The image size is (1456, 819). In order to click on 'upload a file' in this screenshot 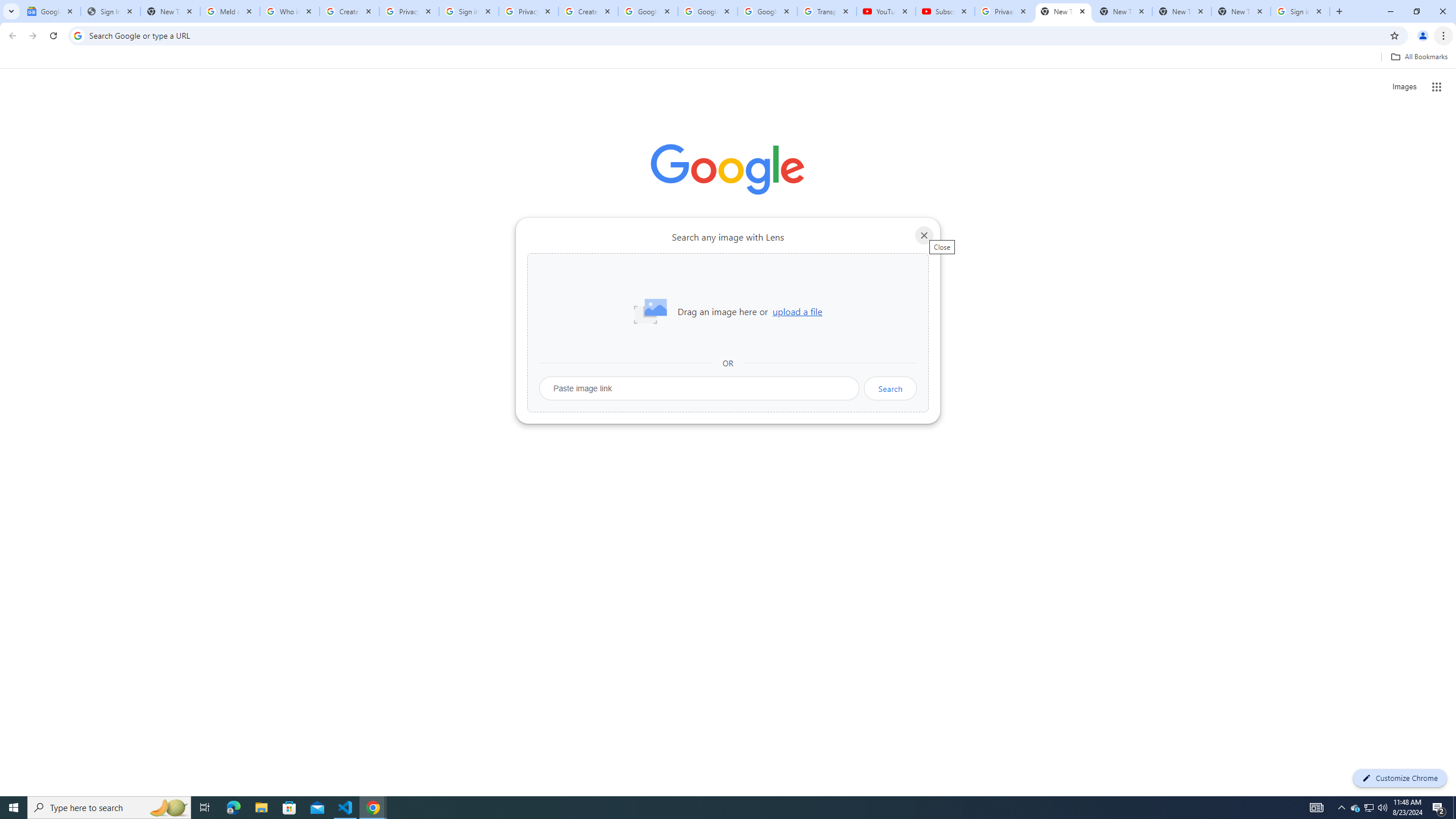, I will do `click(797, 311)`.